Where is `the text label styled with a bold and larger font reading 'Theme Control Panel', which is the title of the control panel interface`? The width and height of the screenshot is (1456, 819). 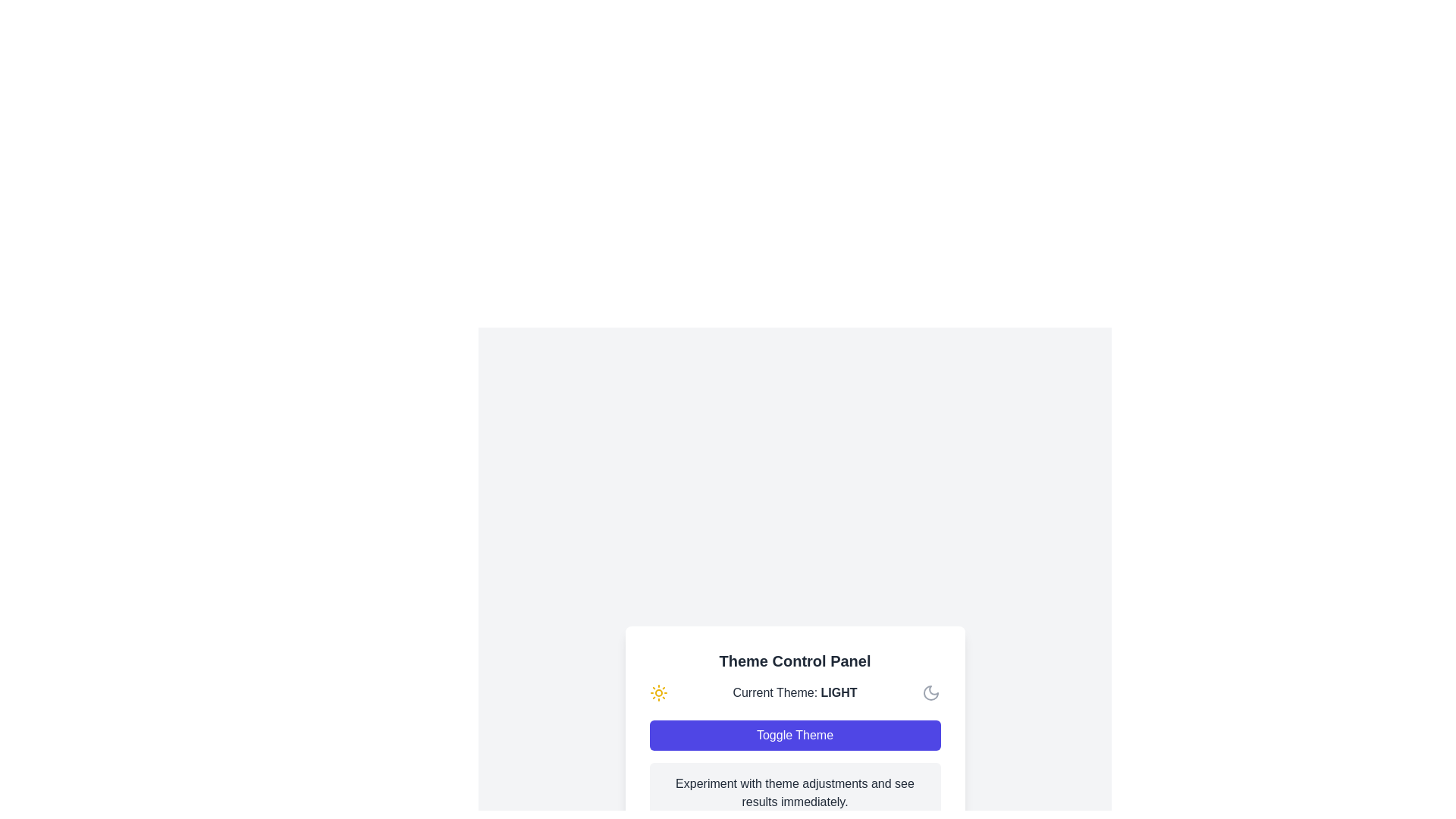
the text label styled with a bold and larger font reading 'Theme Control Panel', which is the title of the control panel interface is located at coordinates (794, 660).